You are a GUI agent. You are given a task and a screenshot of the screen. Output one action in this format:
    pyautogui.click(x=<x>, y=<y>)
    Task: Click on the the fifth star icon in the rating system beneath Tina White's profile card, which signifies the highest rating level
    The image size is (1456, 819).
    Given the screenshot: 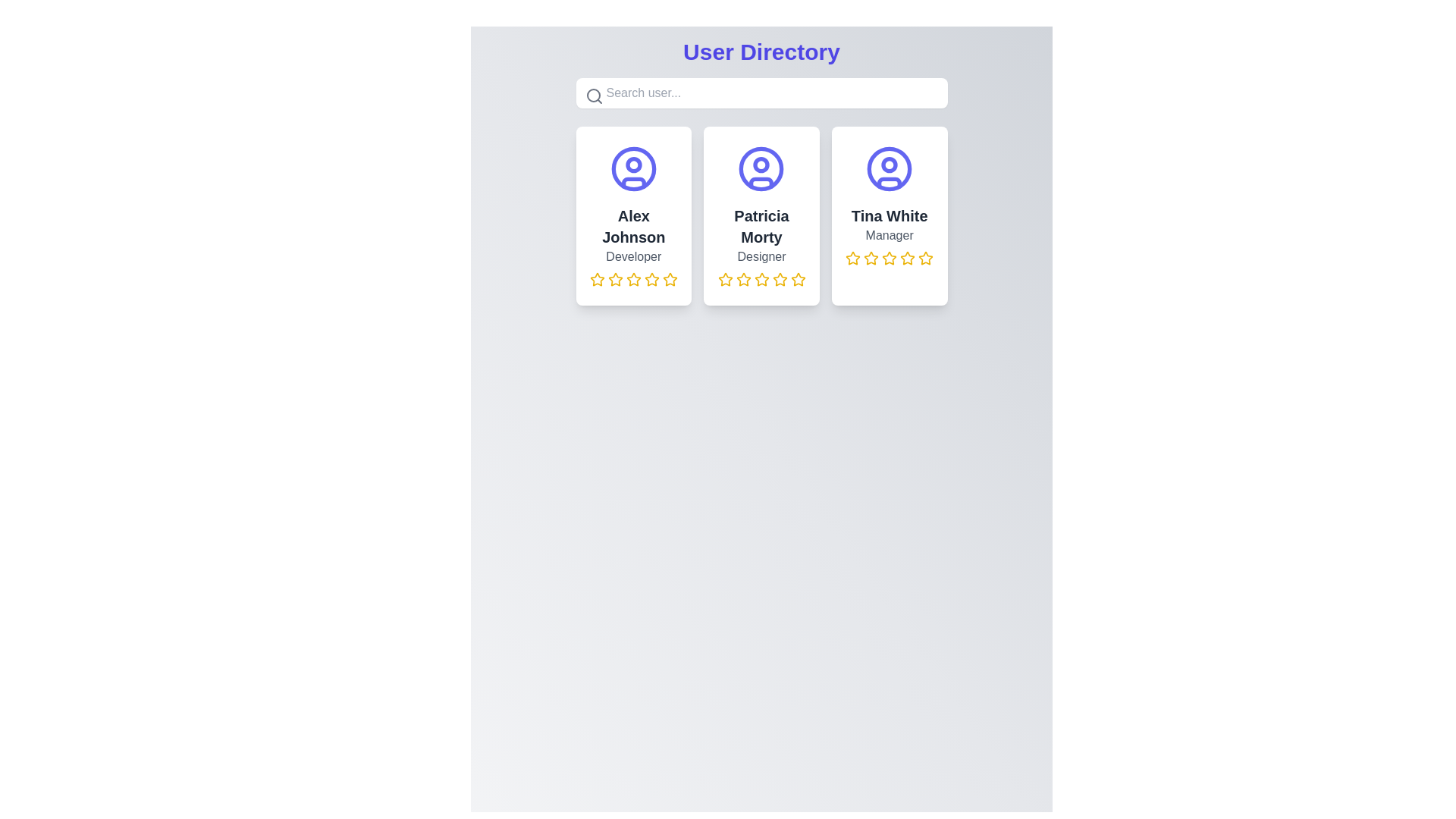 What is the action you would take?
    pyautogui.click(x=925, y=257)
    